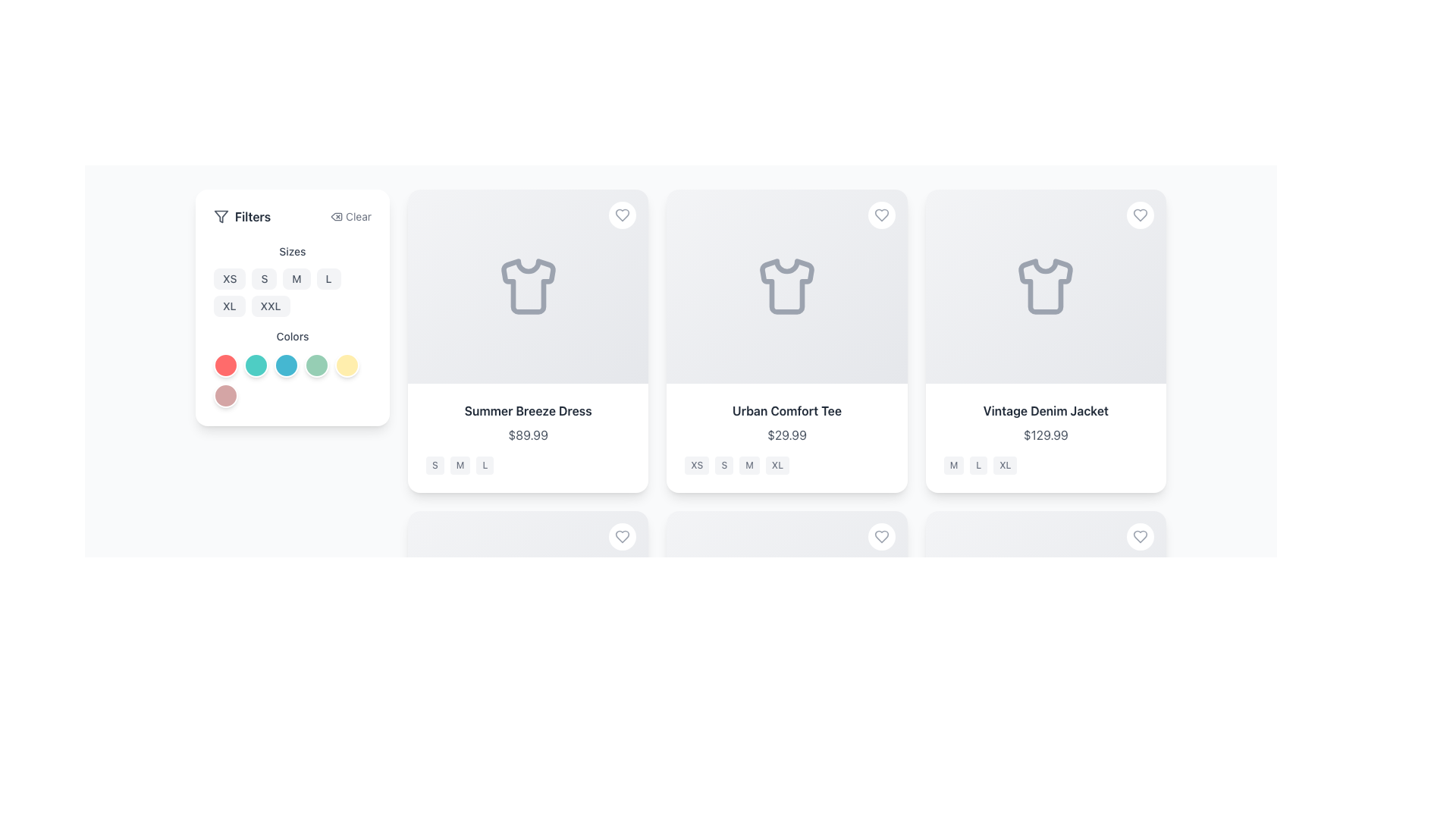 The height and width of the screenshot is (819, 1456). Describe the element at coordinates (528, 438) in the screenshot. I see `the center of the Product Information Display for 'Summer Breeze Dress'` at that location.